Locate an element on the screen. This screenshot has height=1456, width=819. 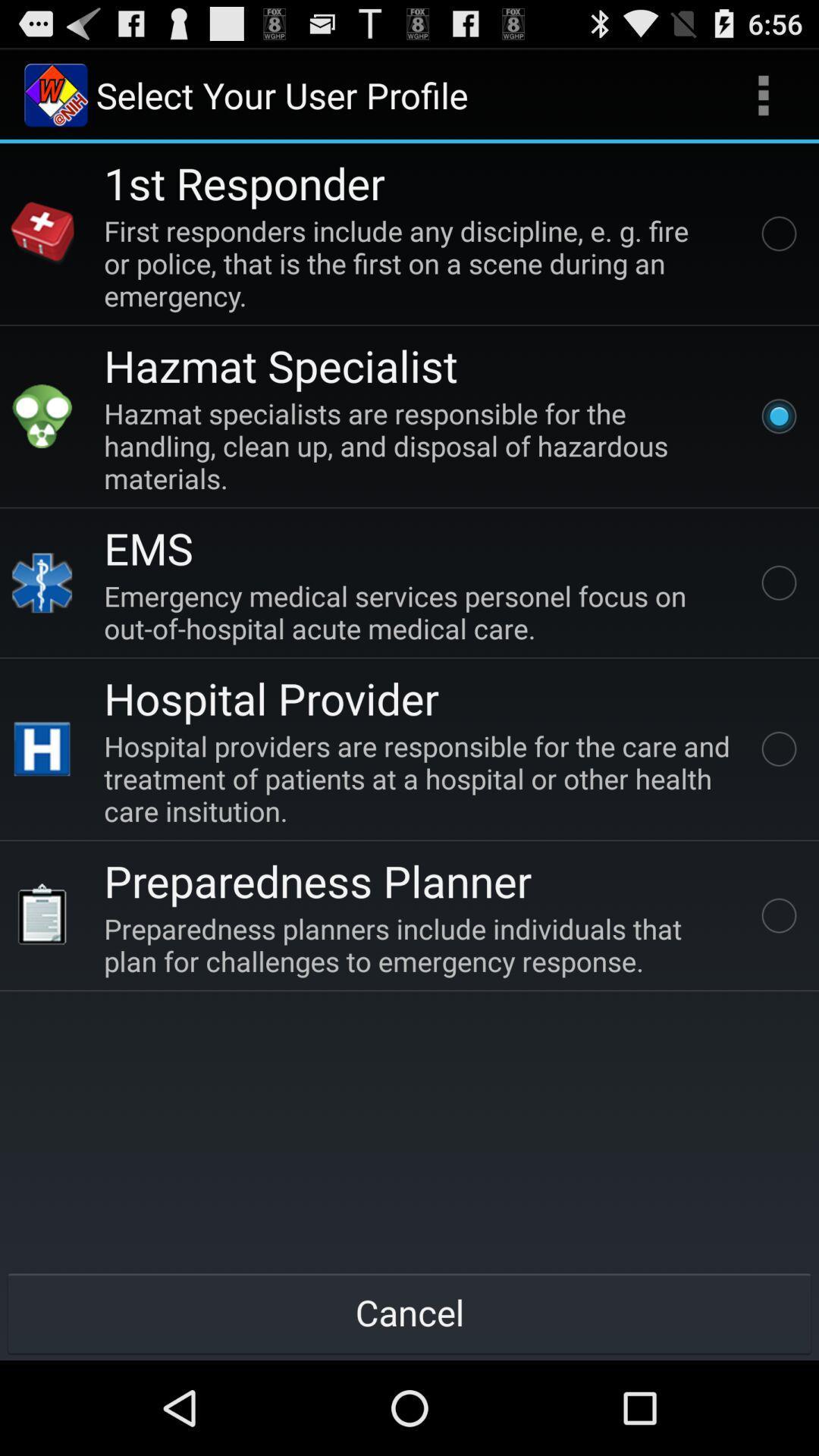
the icon below the notification bar is located at coordinates (55, 94).